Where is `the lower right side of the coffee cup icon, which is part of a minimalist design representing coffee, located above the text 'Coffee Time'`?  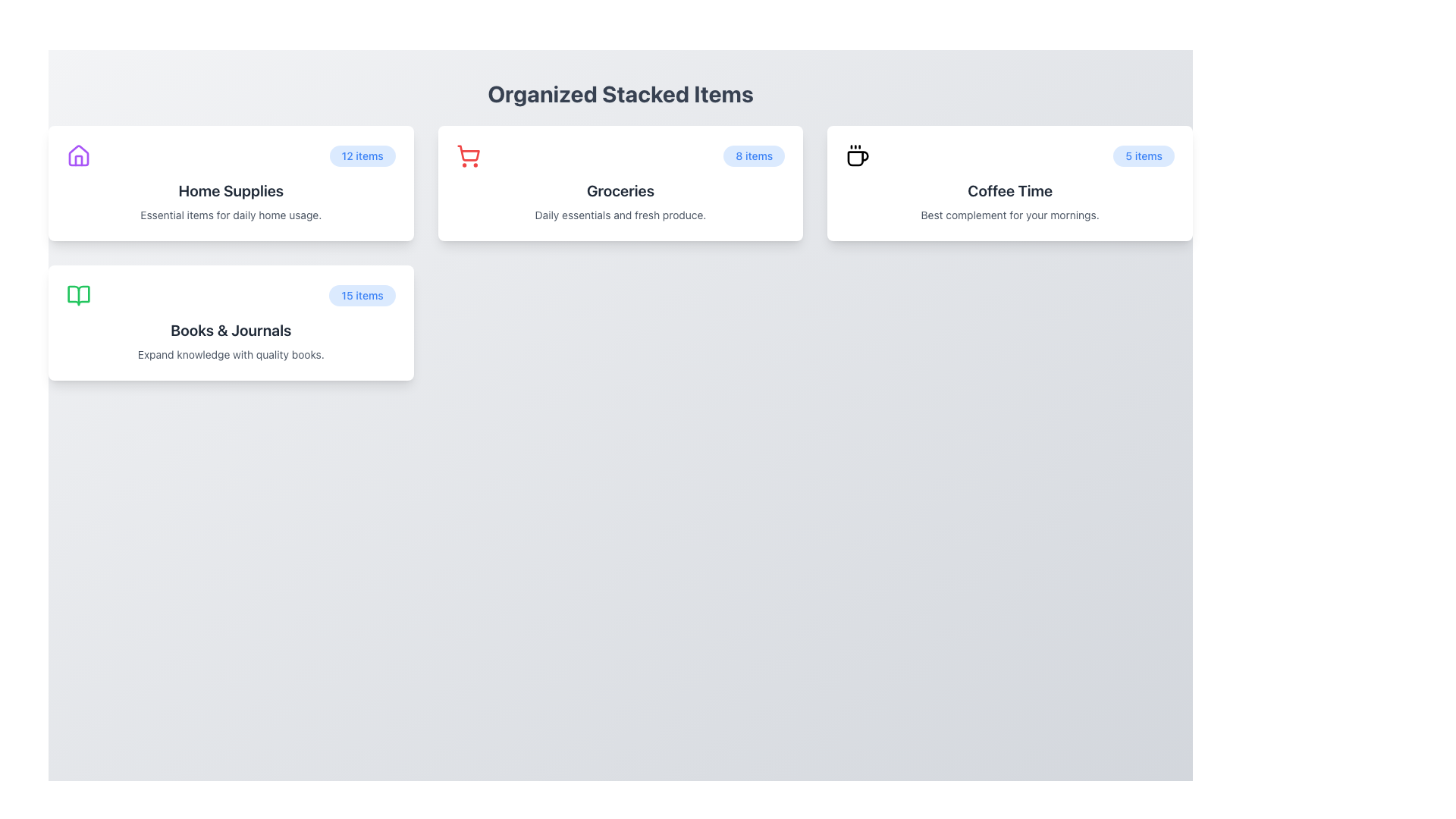
the lower right side of the coffee cup icon, which is part of a minimalist design representing coffee, located above the text 'Coffee Time' is located at coordinates (858, 158).